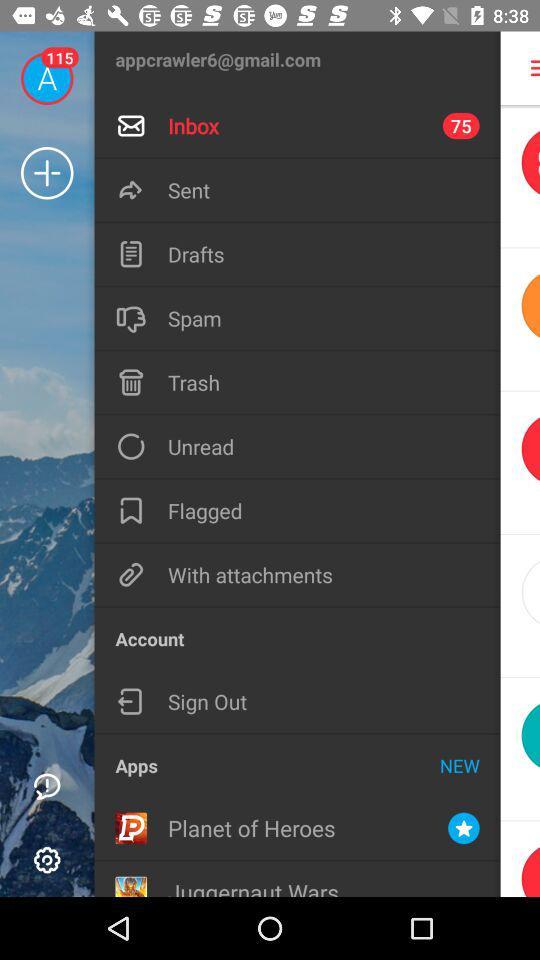 This screenshot has height=960, width=540. I want to click on the arrow_backward icon, so click(520, 748).